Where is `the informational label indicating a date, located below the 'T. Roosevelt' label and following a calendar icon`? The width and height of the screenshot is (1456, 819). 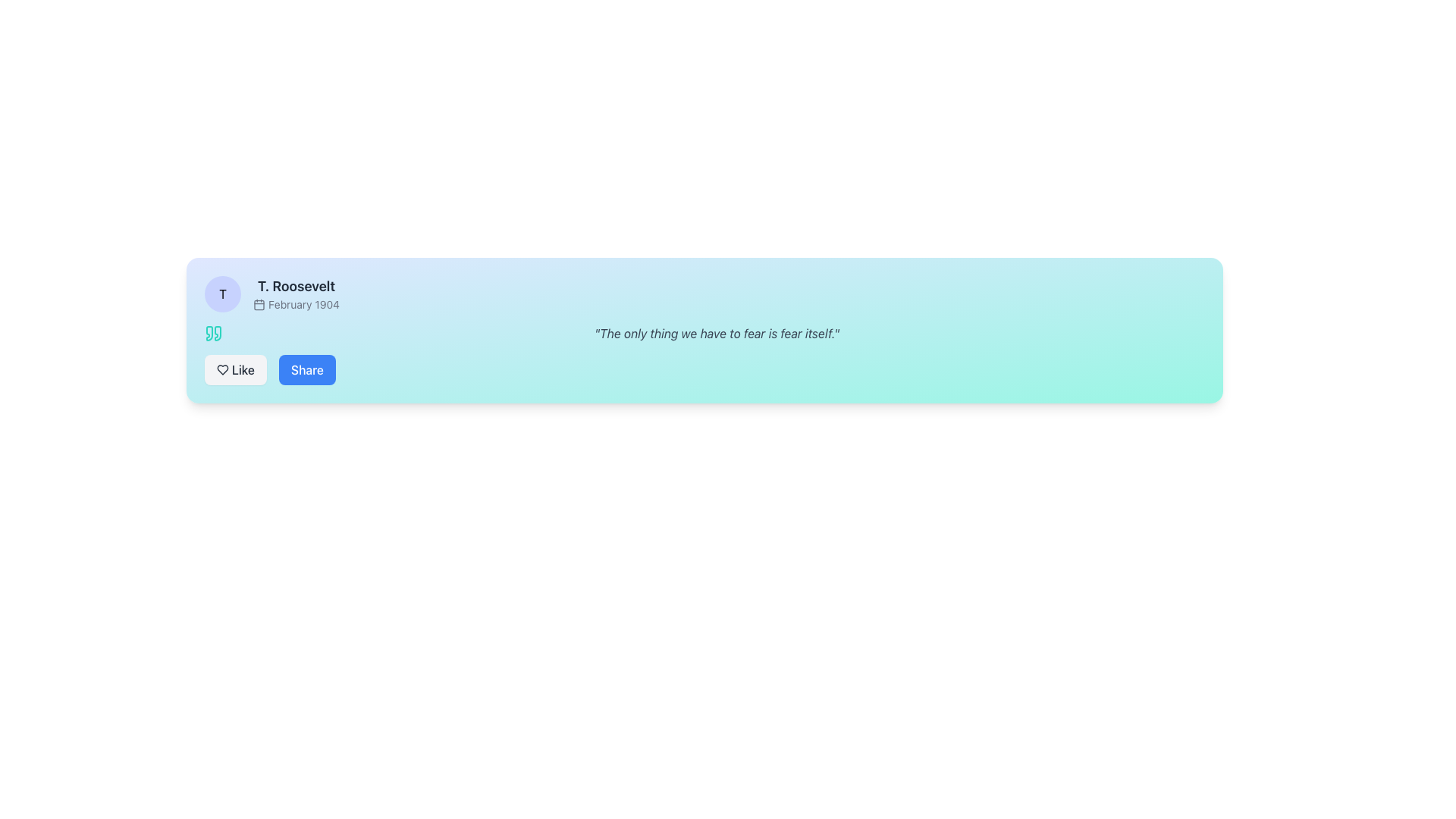
the informational label indicating a date, located below the 'T. Roosevelt' label and following a calendar icon is located at coordinates (297, 304).